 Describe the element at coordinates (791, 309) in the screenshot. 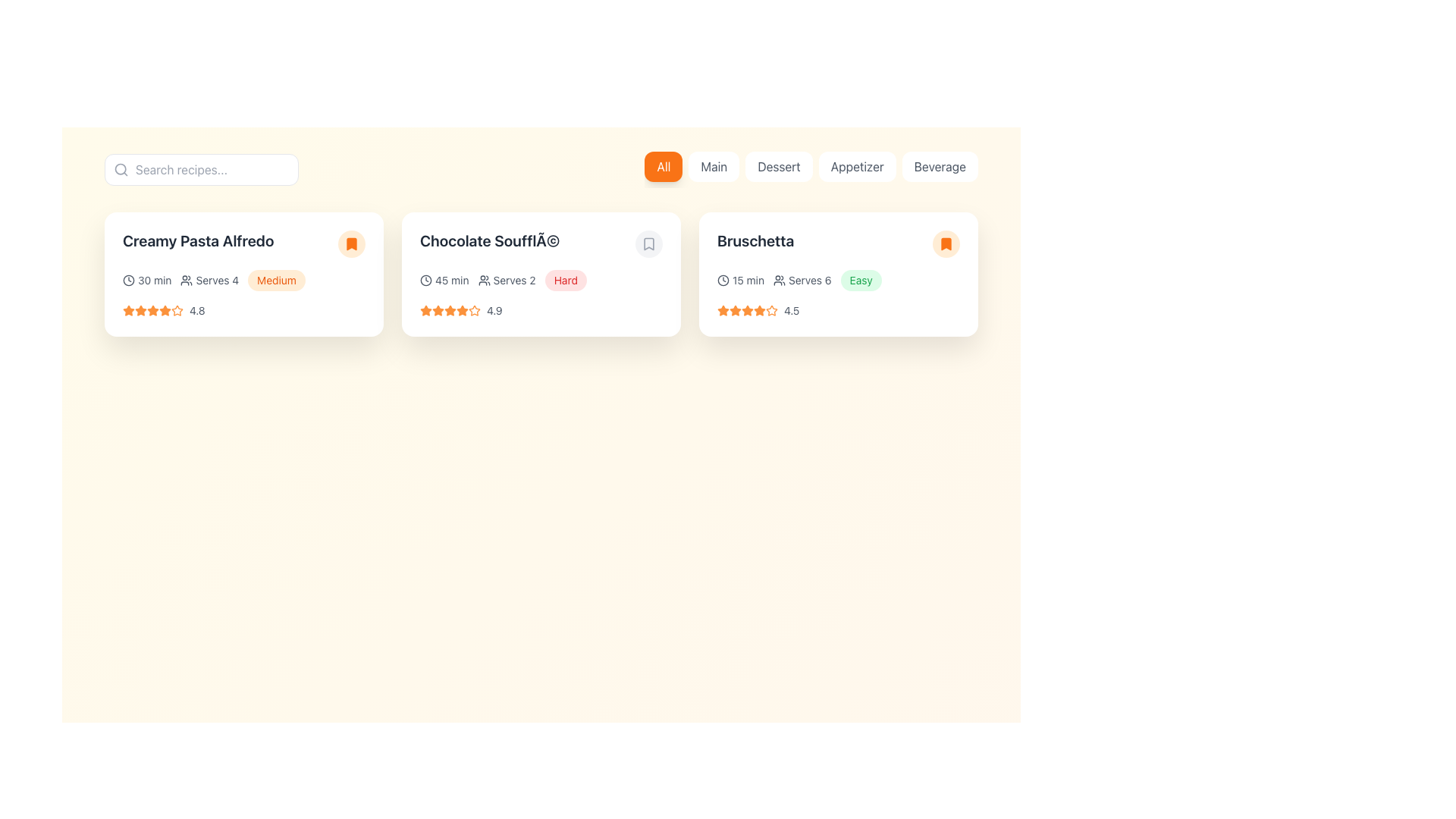

I see `the text display showing the rating score '4.5', which is styled in a small gray font and located to the right of the star-based rating indicator on the 'Bruschetta' card` at that location.